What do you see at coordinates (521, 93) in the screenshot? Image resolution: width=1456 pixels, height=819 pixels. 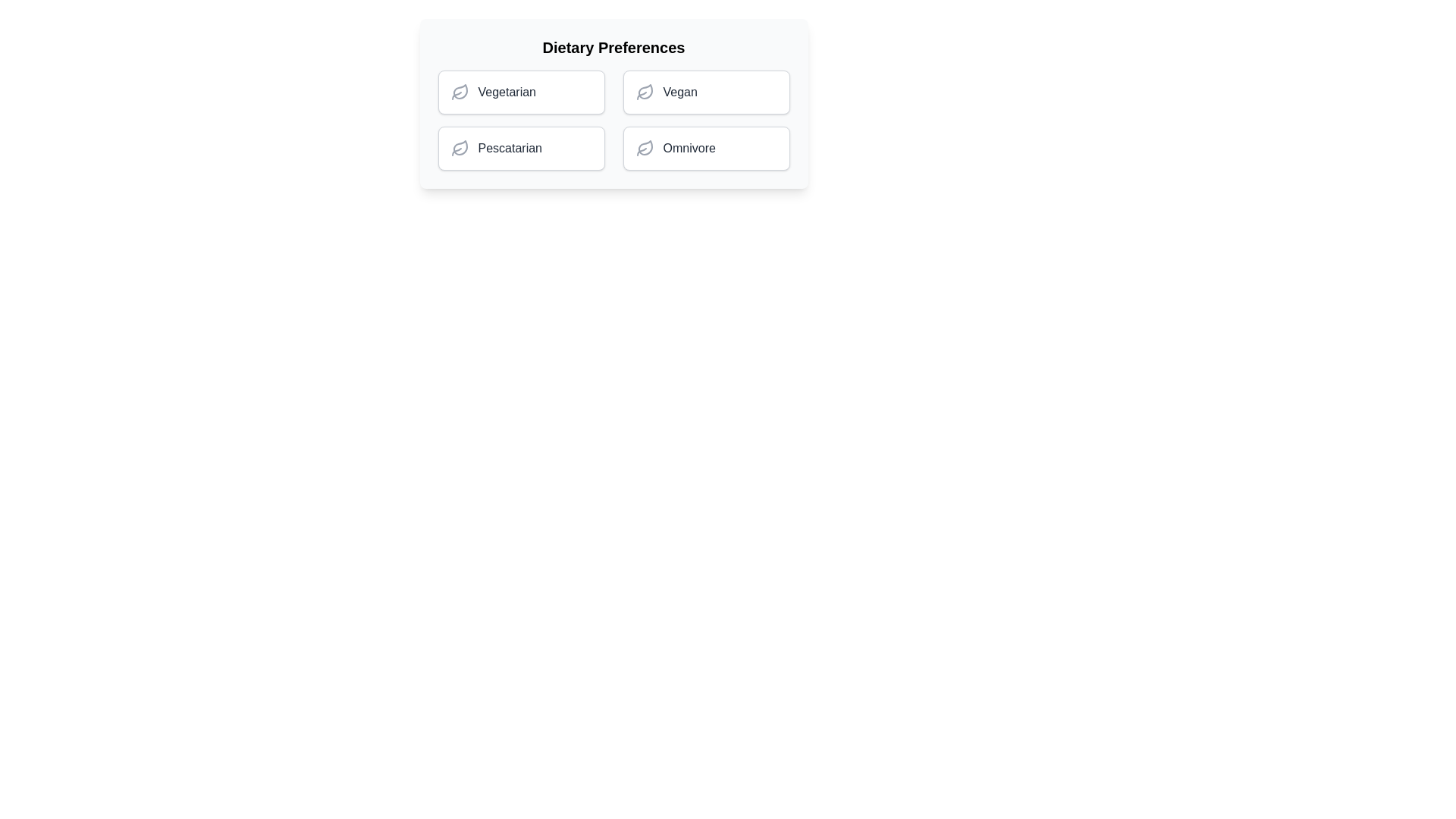 I see `the white rectangular button with rounded edges labeled 'Vegetarian', which has a gray leaf icon to the left of the text` at bounding box center [521, 93].